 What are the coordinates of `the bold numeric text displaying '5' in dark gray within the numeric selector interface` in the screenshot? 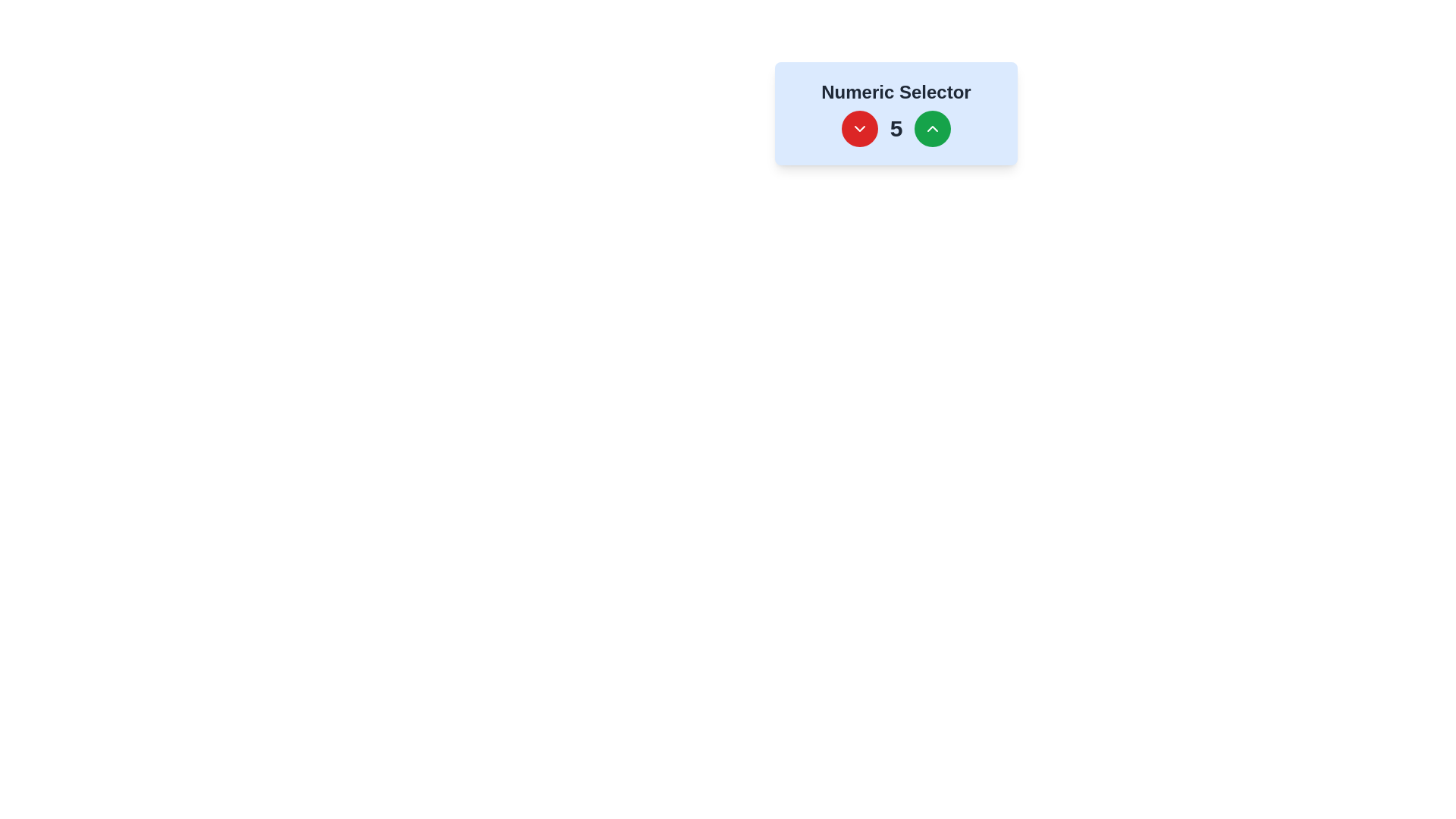 It's located at (896, 127).